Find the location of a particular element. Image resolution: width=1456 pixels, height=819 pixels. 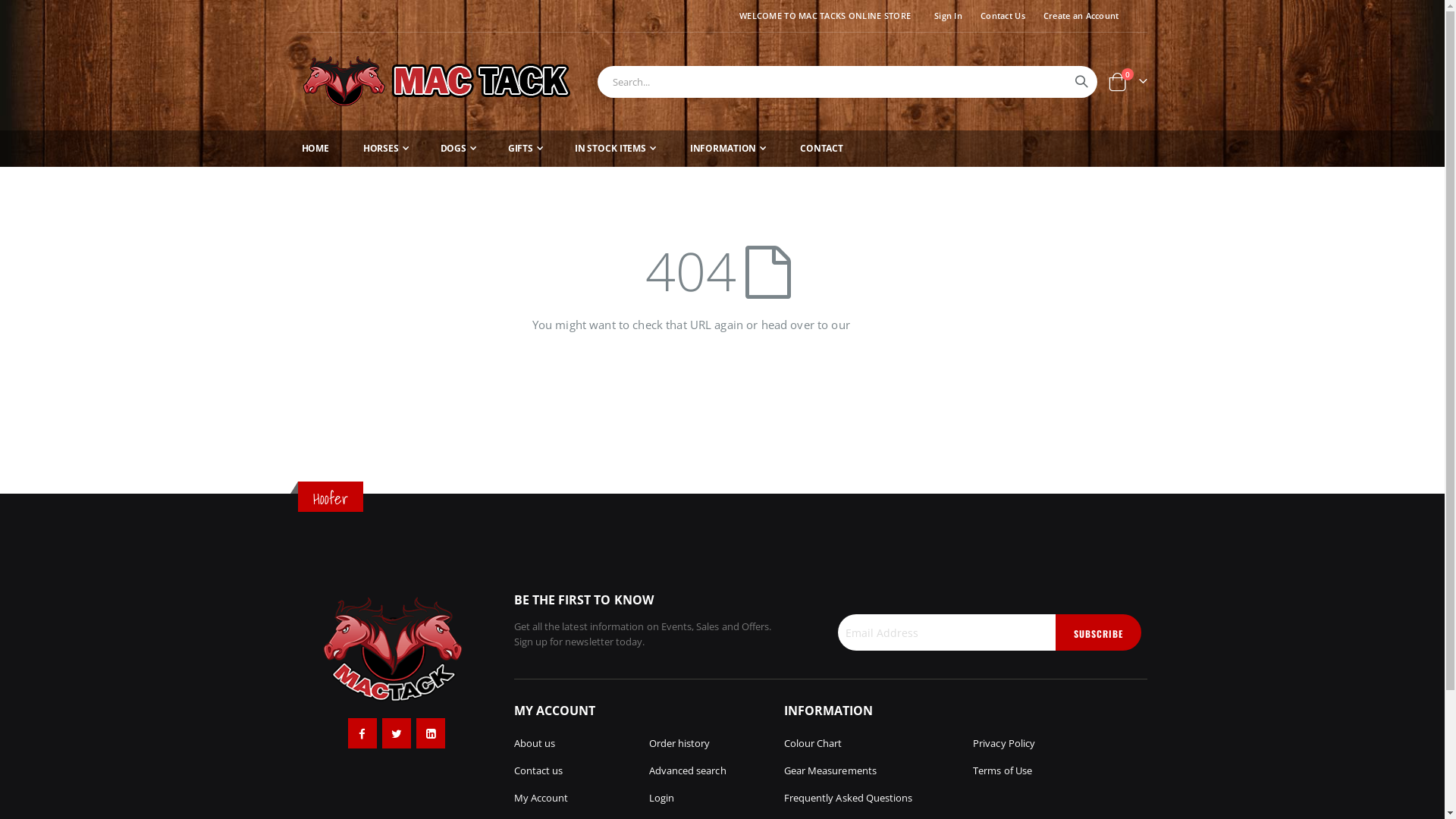

'INFORMATION' is located at coordinates (728, 149).